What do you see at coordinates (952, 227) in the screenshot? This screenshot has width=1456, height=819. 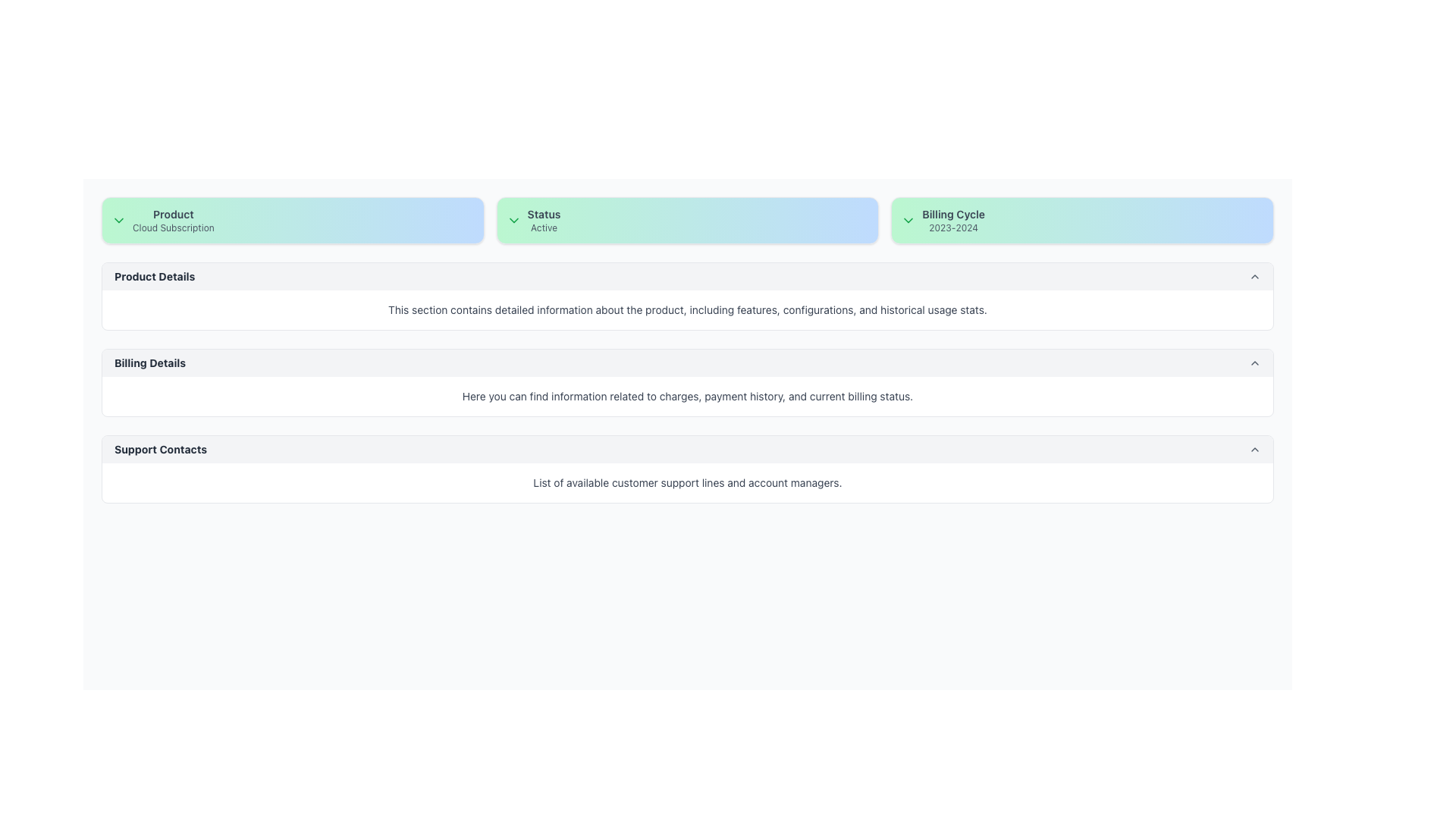 I see `the non-interactive text label displaying the billing period information located in the 'Billing Cycle' section, directly below the text 'Billing Cycle'` at bounding box center [952, 227].